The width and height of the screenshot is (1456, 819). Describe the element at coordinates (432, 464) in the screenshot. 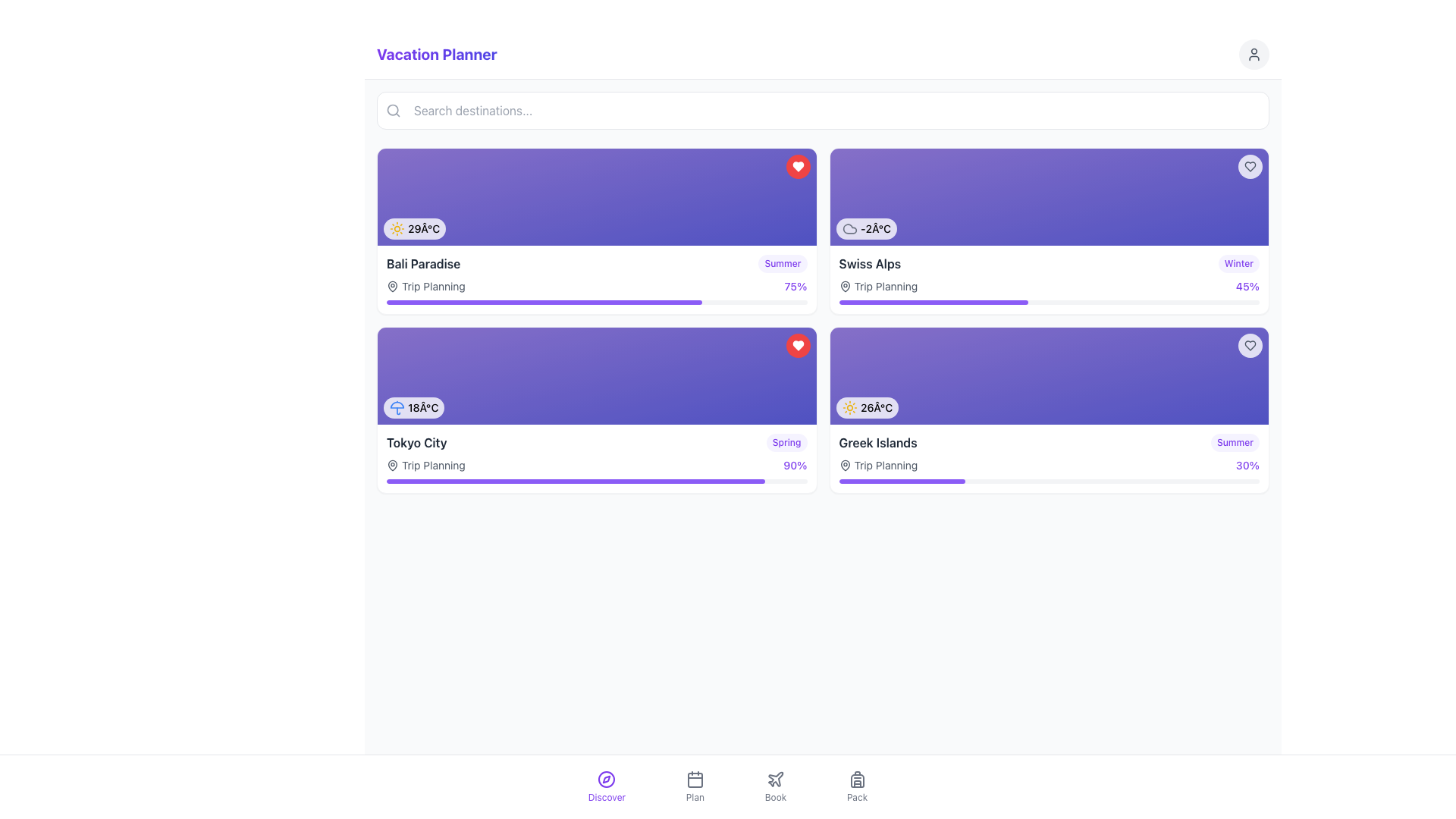

I see `the text label that describes the 'Trip Planning' section related to 'Tokyo City', located at the lower region of the card and adjacent to a location icon` at that location.